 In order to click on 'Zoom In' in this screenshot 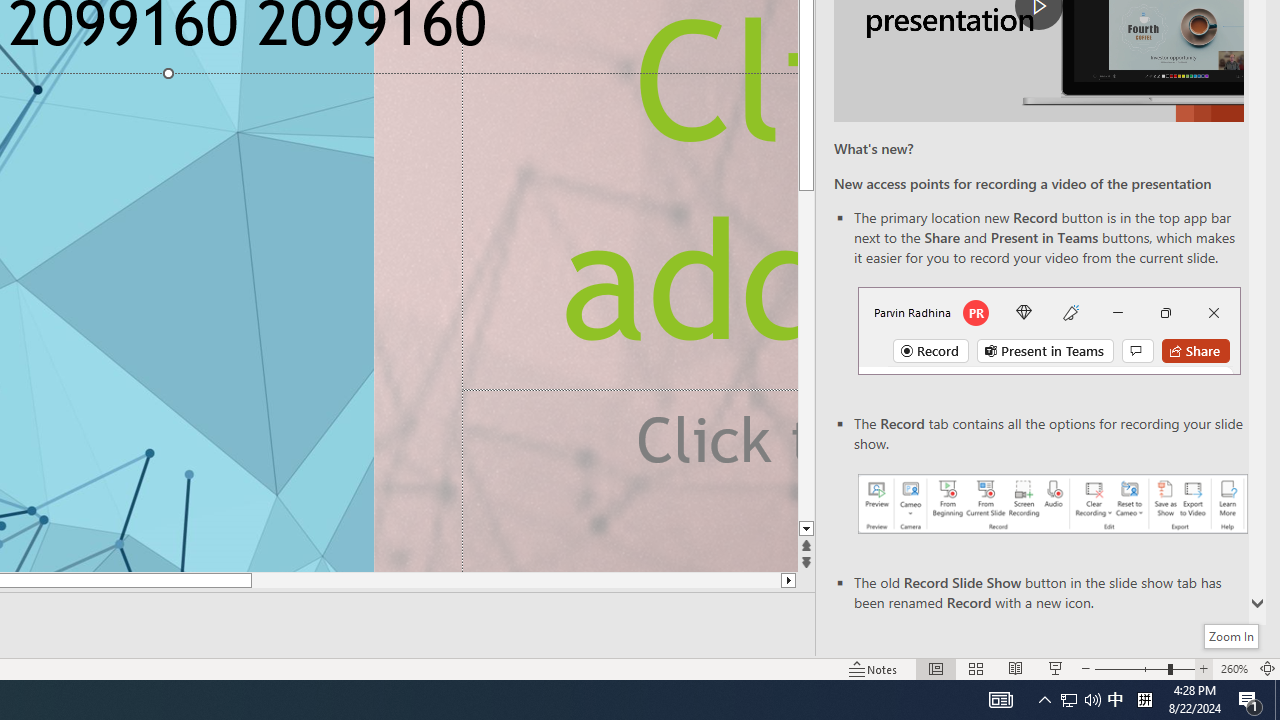, I will do `click(1231, 636)`.